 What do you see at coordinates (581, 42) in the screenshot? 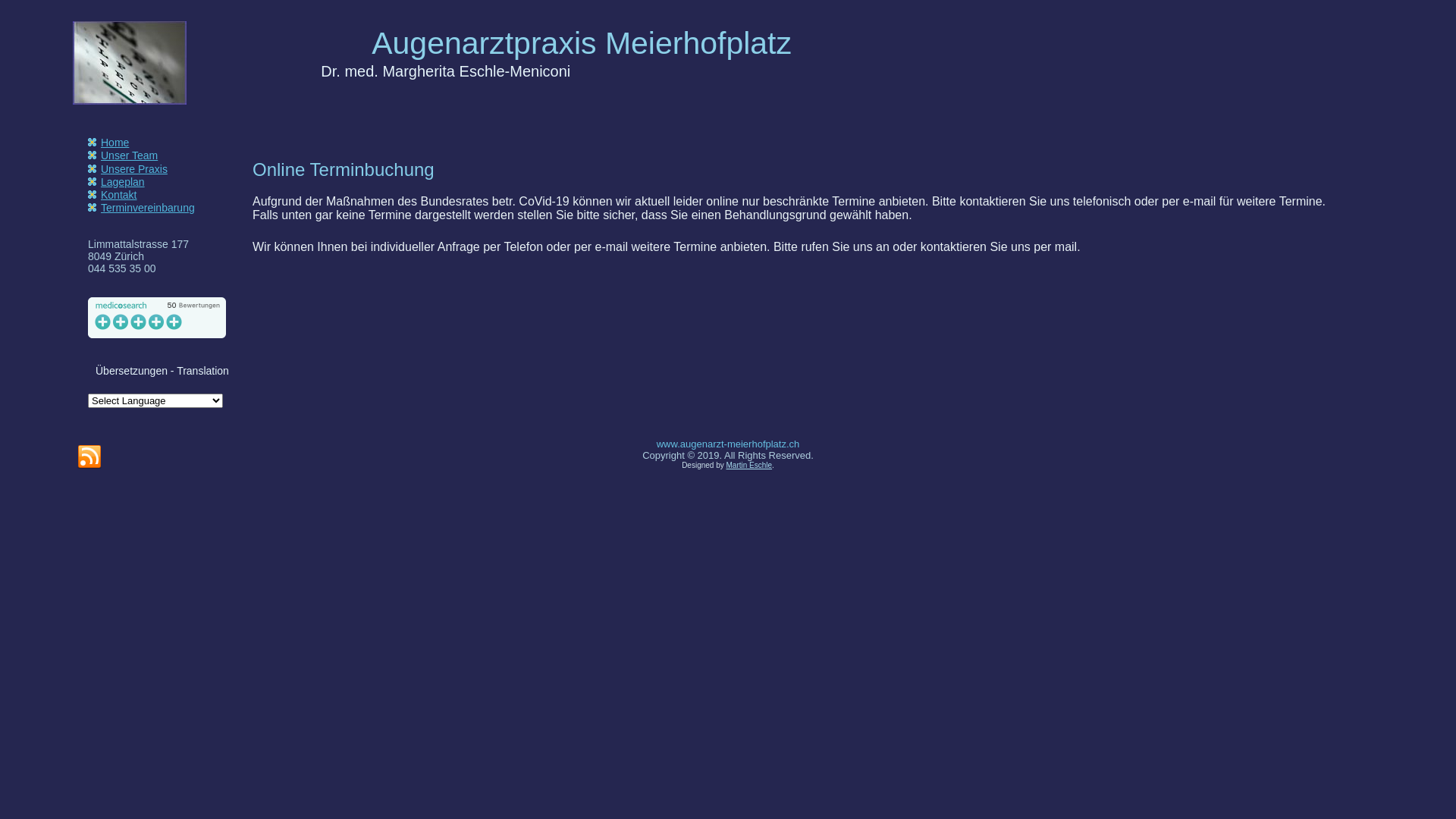
I see `'Augenarztpraxis Meierhofplatz'` at bounding box center [581, 42].